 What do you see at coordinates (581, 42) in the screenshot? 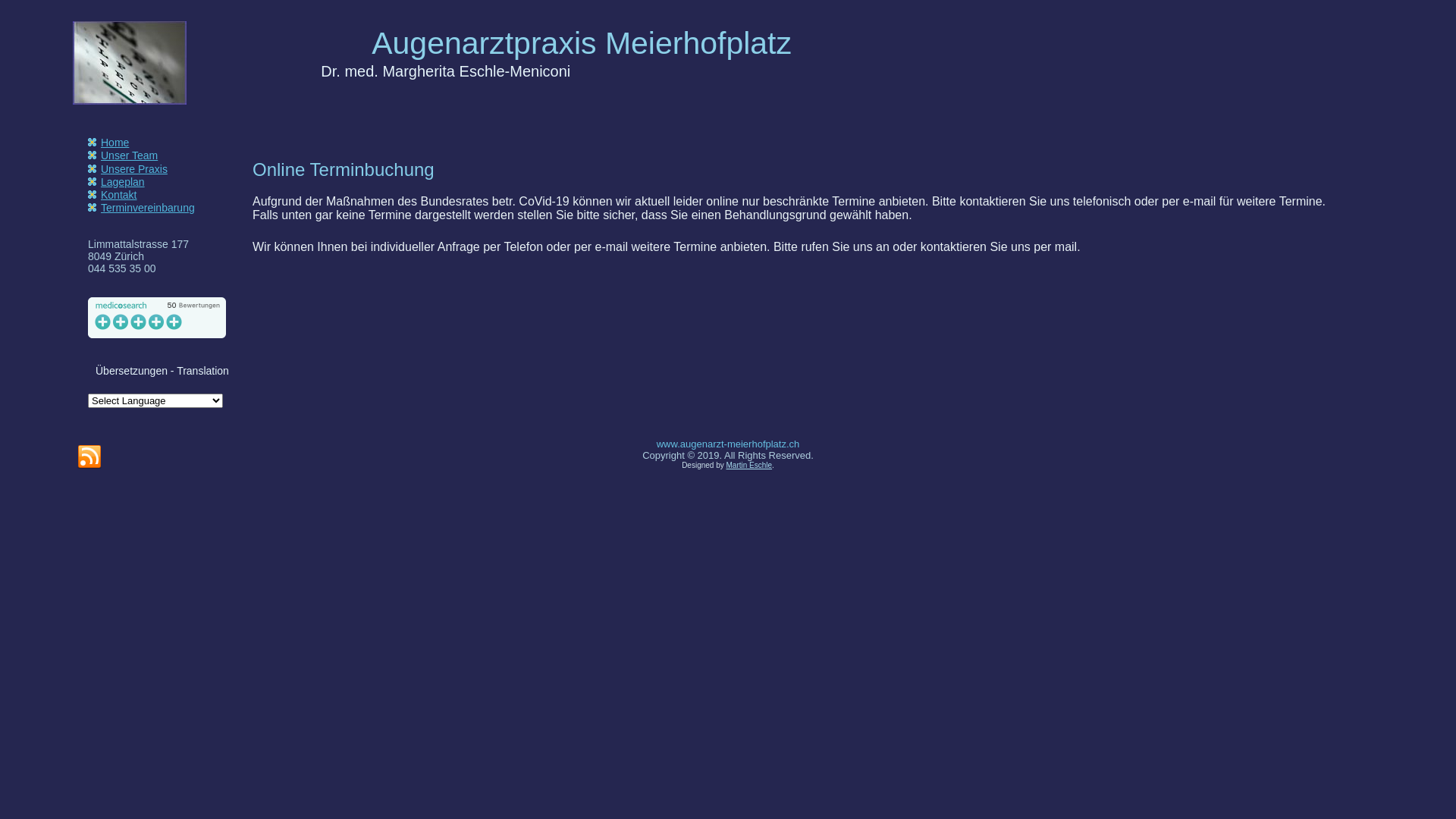
I see `'Augenarztpraxis Meierhofplatz'` at bounding box center [581, 42].